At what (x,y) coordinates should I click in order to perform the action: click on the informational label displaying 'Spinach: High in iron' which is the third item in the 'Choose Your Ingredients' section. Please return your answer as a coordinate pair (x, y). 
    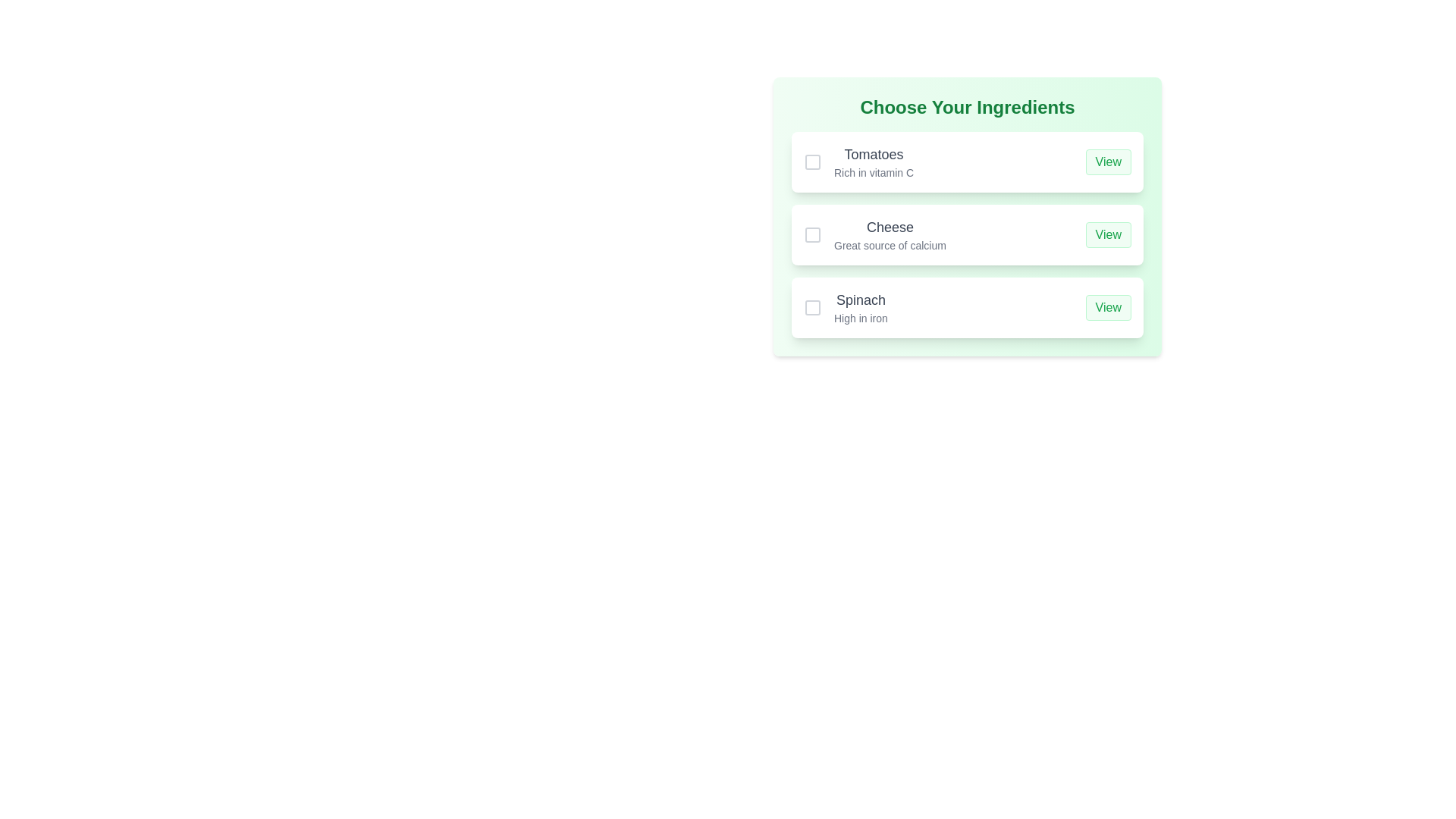
    Looking at the image, I should click on (845, 307).